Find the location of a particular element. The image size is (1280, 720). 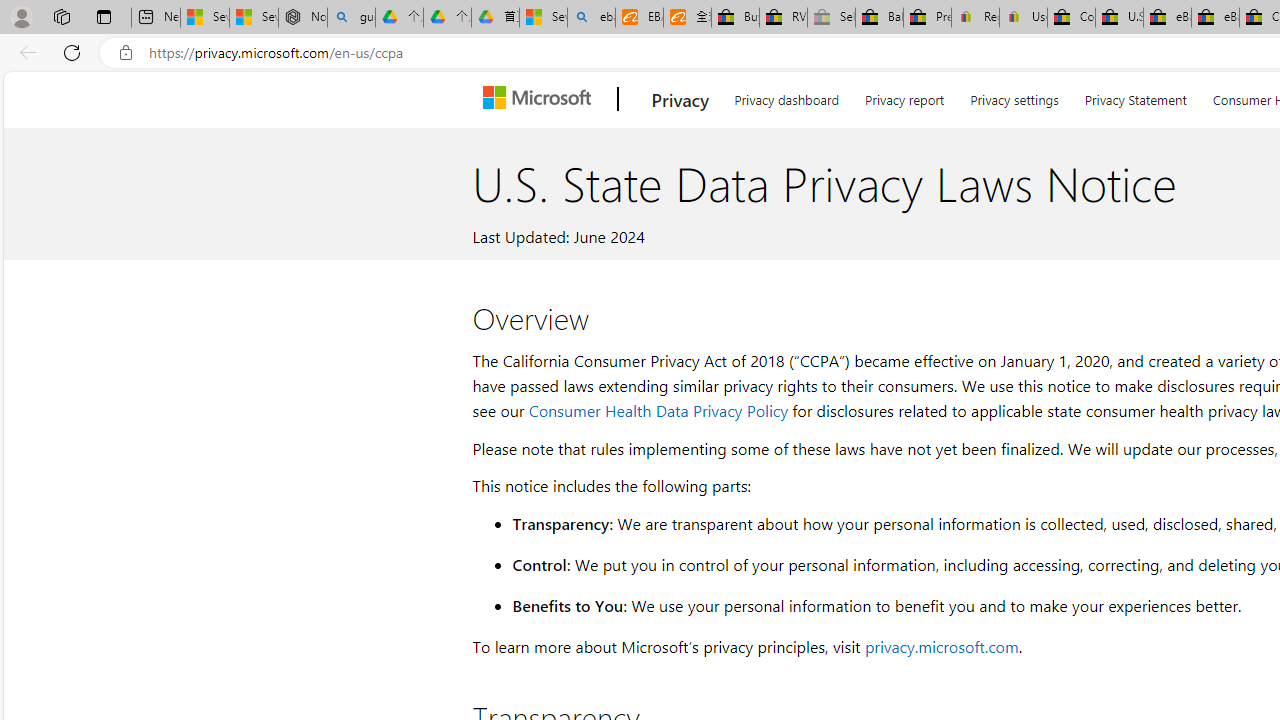

'Refresh' is located at coordinates (72, 51).